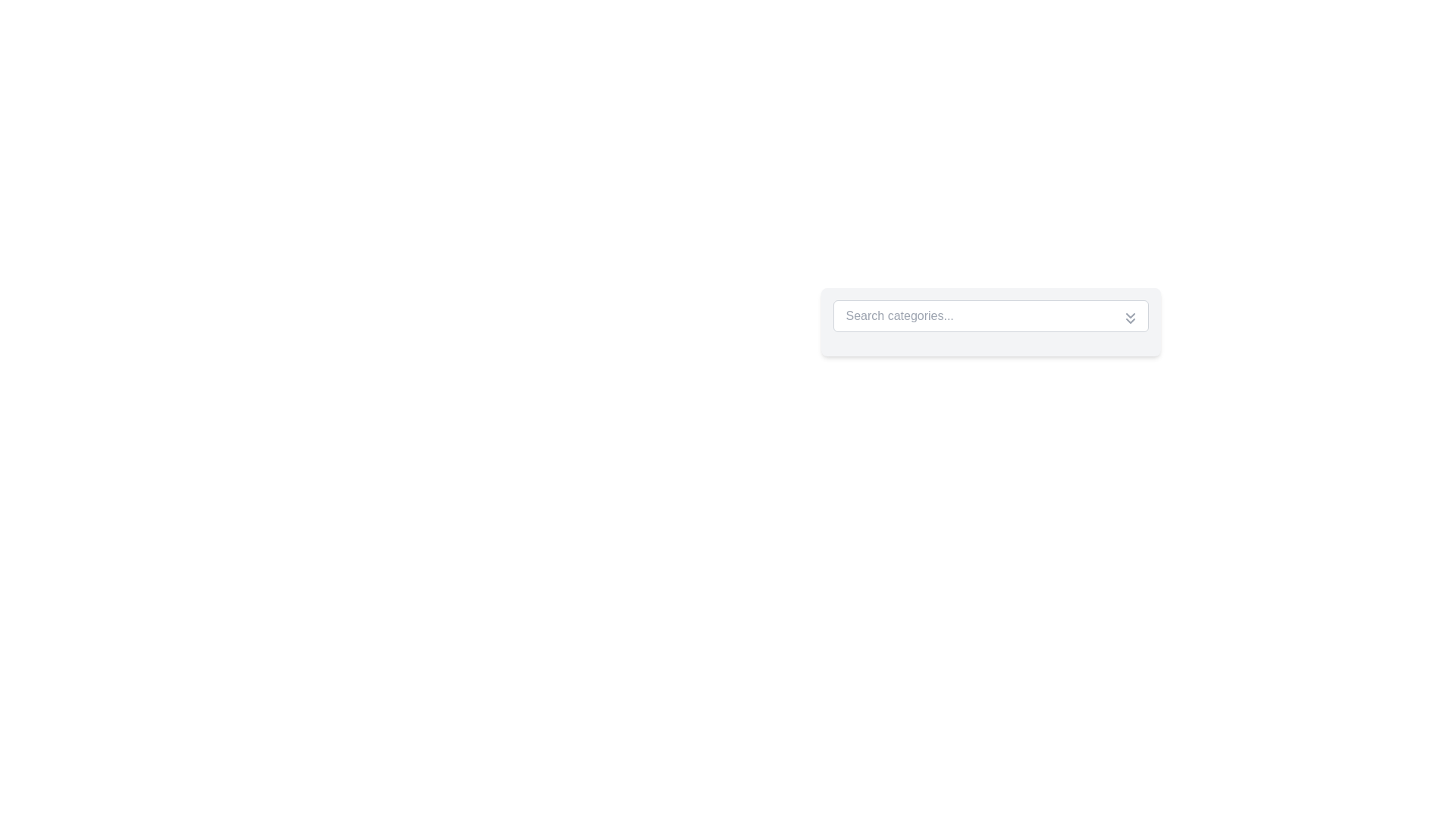 This screenshot has width=1456, height=819. Describe the element at coordinates (1130, 318) in the screenshot. I see `the dropdown indicator SVG Icon located at the top-right corner of the search input field labeled 'Search categories...'` at that location.